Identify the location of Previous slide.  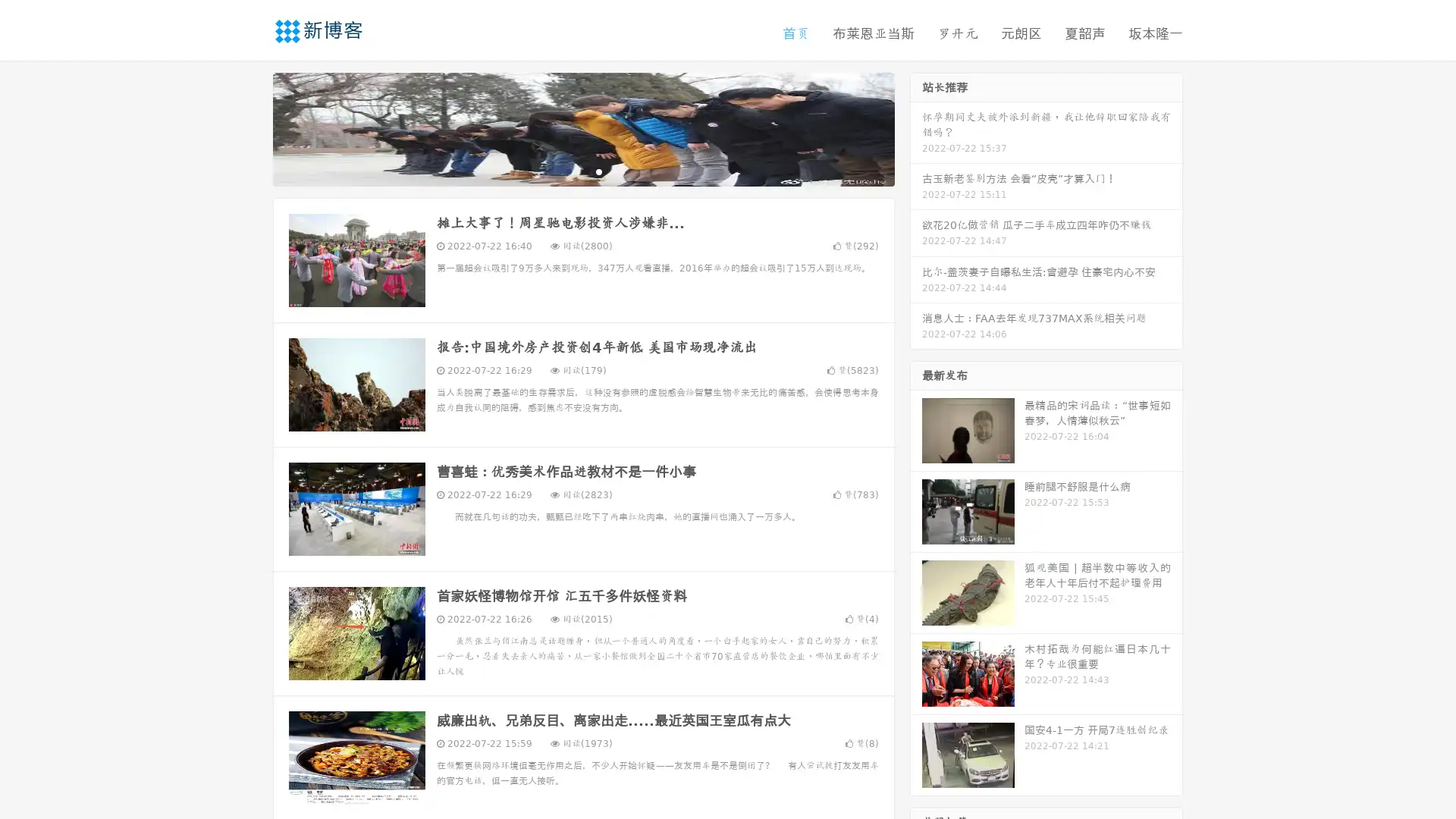
(250, 127).